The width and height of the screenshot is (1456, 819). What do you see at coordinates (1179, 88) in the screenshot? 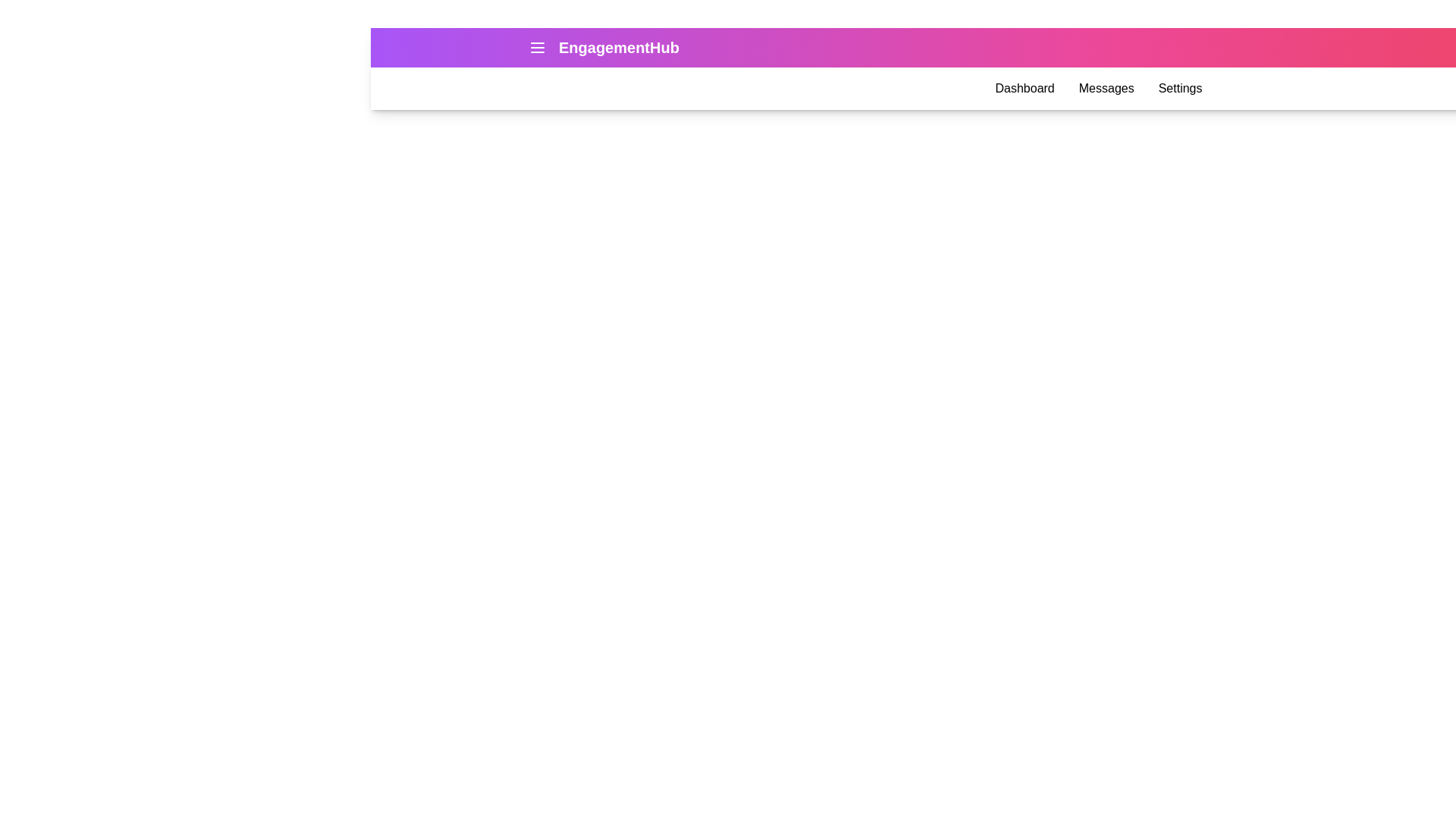
I see `the 'Settings' link in the navigation bar` at bounding box center [1179, 88].